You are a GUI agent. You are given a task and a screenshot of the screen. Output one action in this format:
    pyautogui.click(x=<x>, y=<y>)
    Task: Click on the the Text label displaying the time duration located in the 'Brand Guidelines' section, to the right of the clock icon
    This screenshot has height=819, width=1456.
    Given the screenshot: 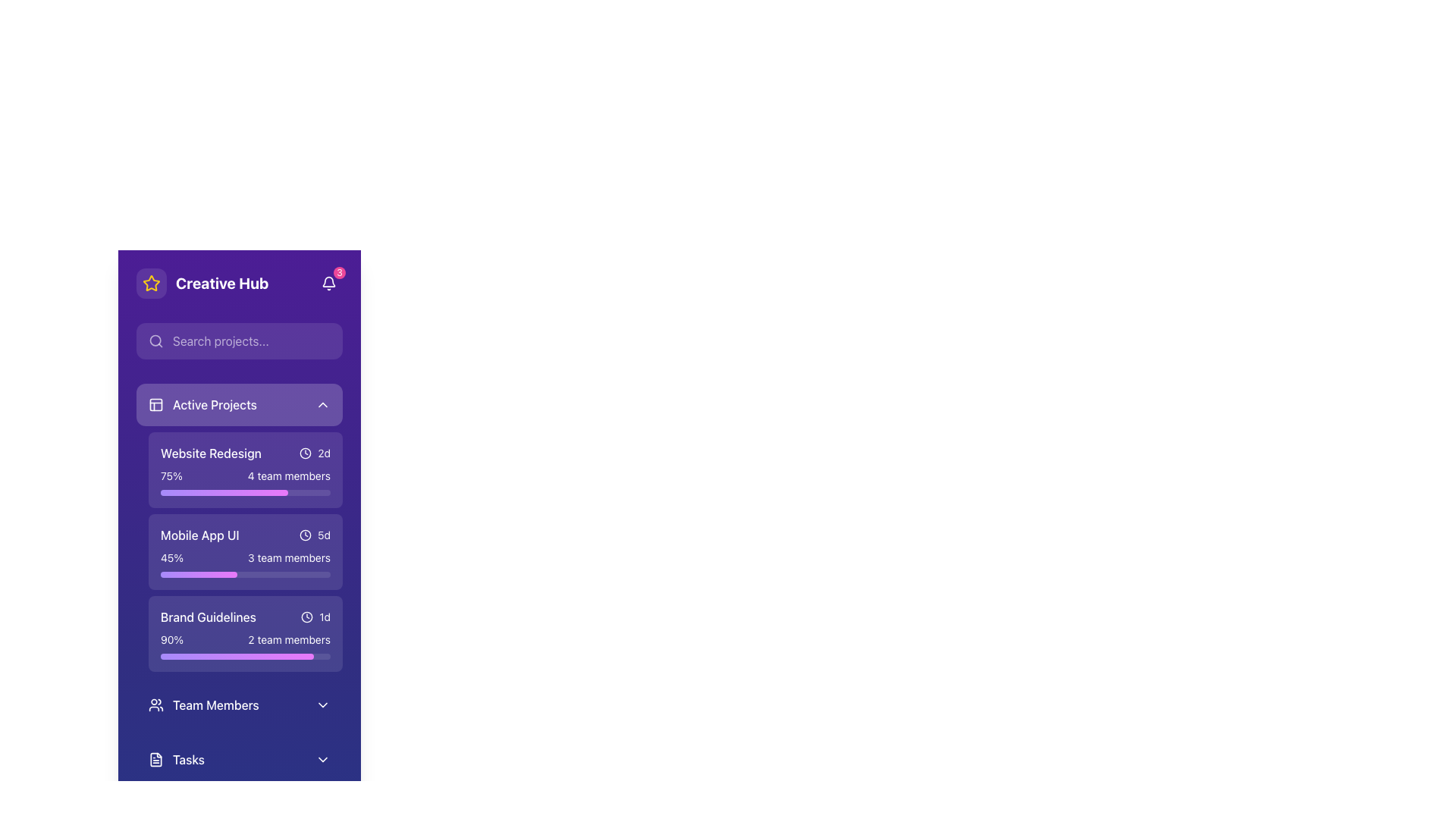 What is the action you would take?
    pyautogui.click(x=324, y=617)
    